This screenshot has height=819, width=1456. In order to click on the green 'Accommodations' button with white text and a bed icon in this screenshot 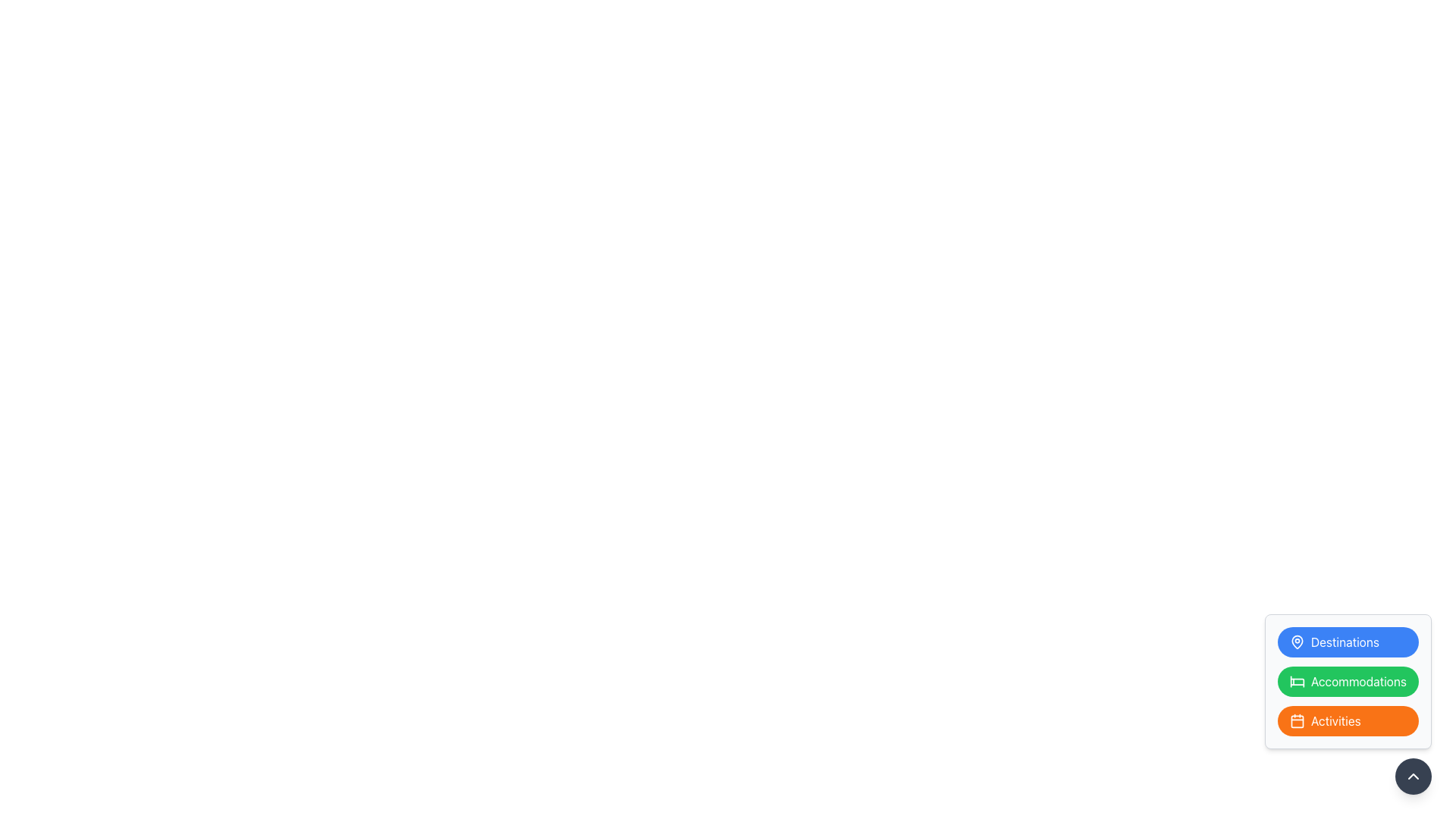, I will do `click(1348, 680)`.